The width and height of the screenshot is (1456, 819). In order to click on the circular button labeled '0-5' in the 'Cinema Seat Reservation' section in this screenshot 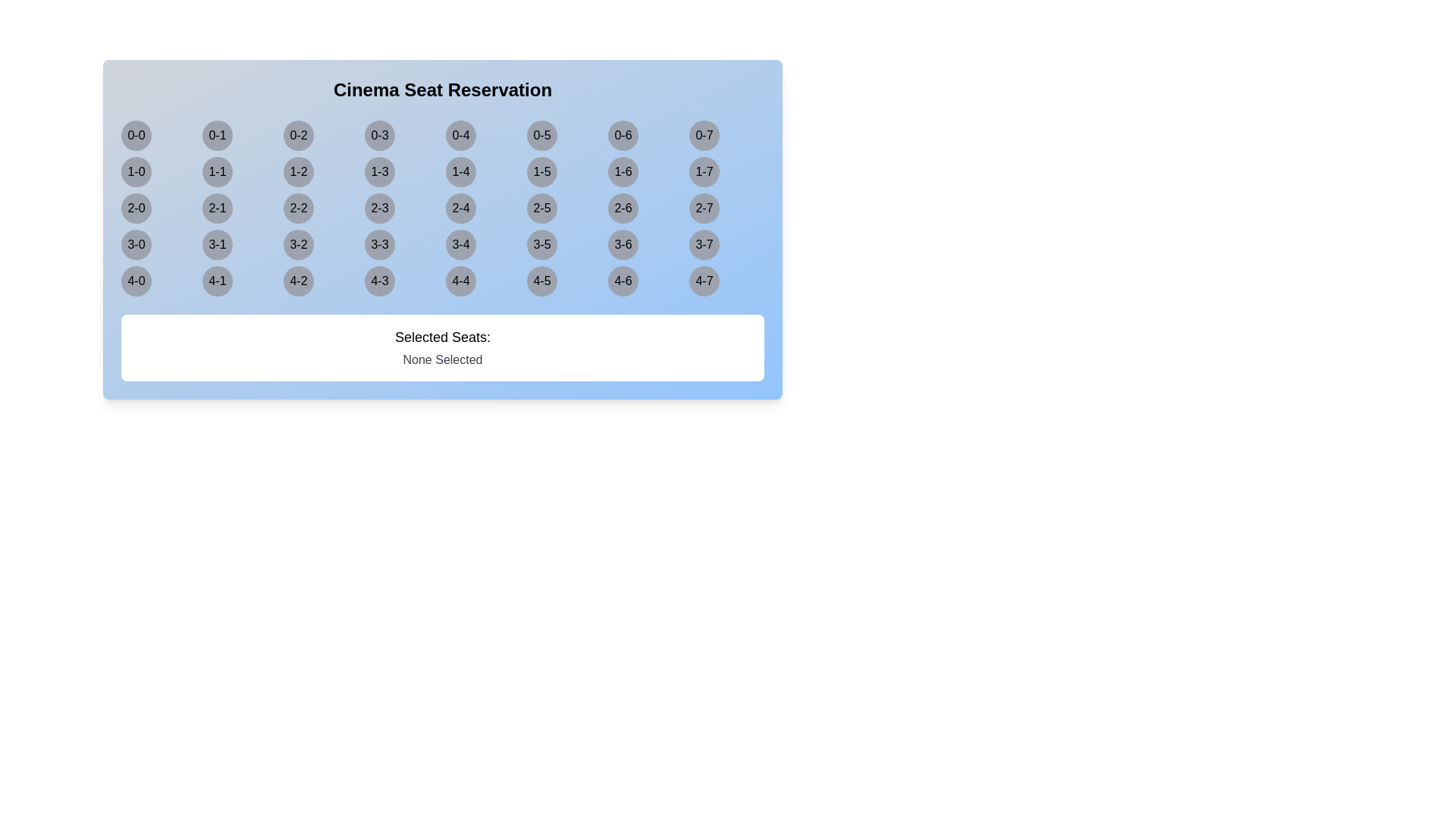, I will do `click(542, 134)`.